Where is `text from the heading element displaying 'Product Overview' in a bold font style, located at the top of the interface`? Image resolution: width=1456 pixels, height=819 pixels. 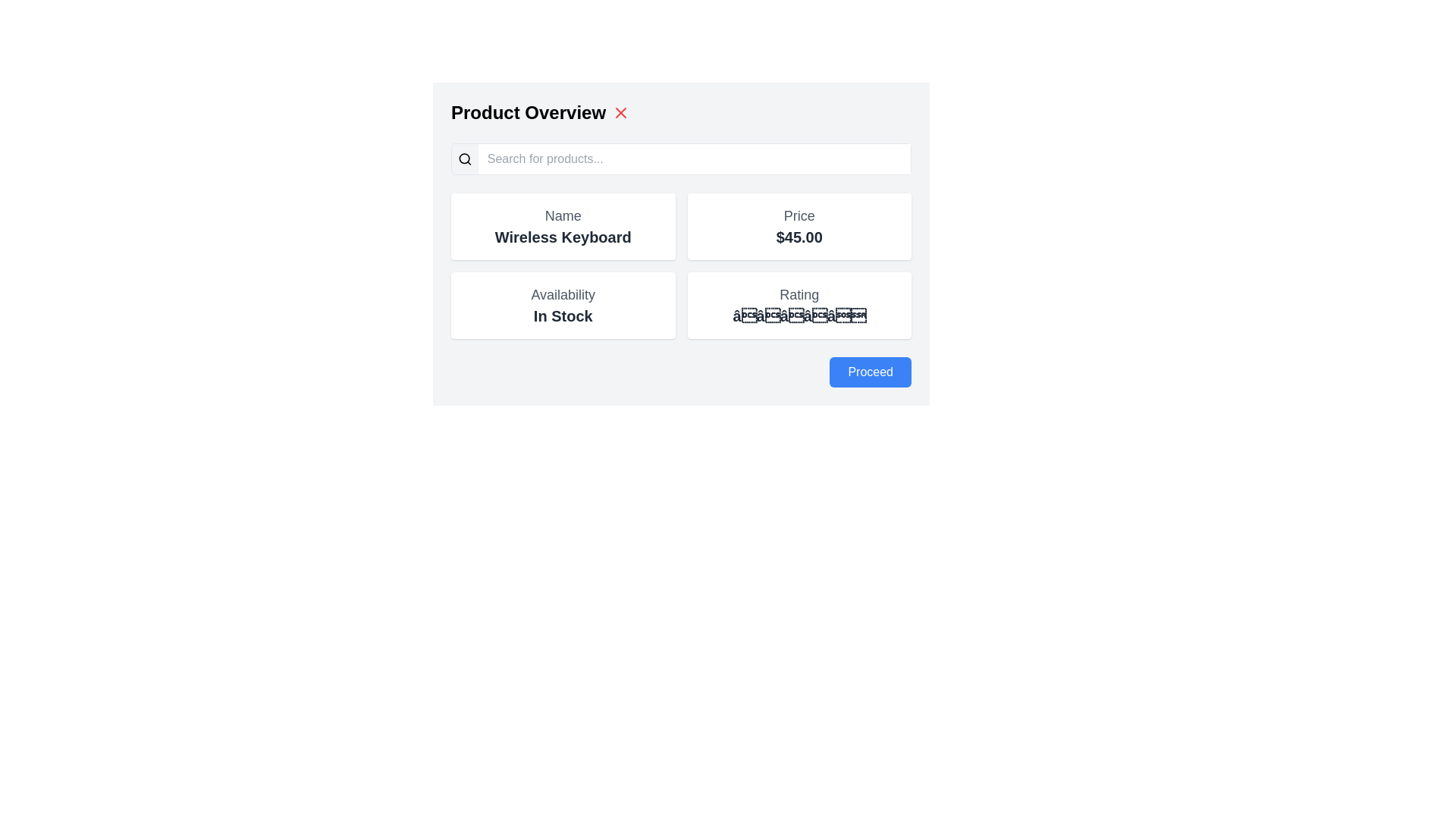 text from the heading element displaying 'Product Overview' in a bold font style, located at the top of the interface is located at coordinates (528, 112).